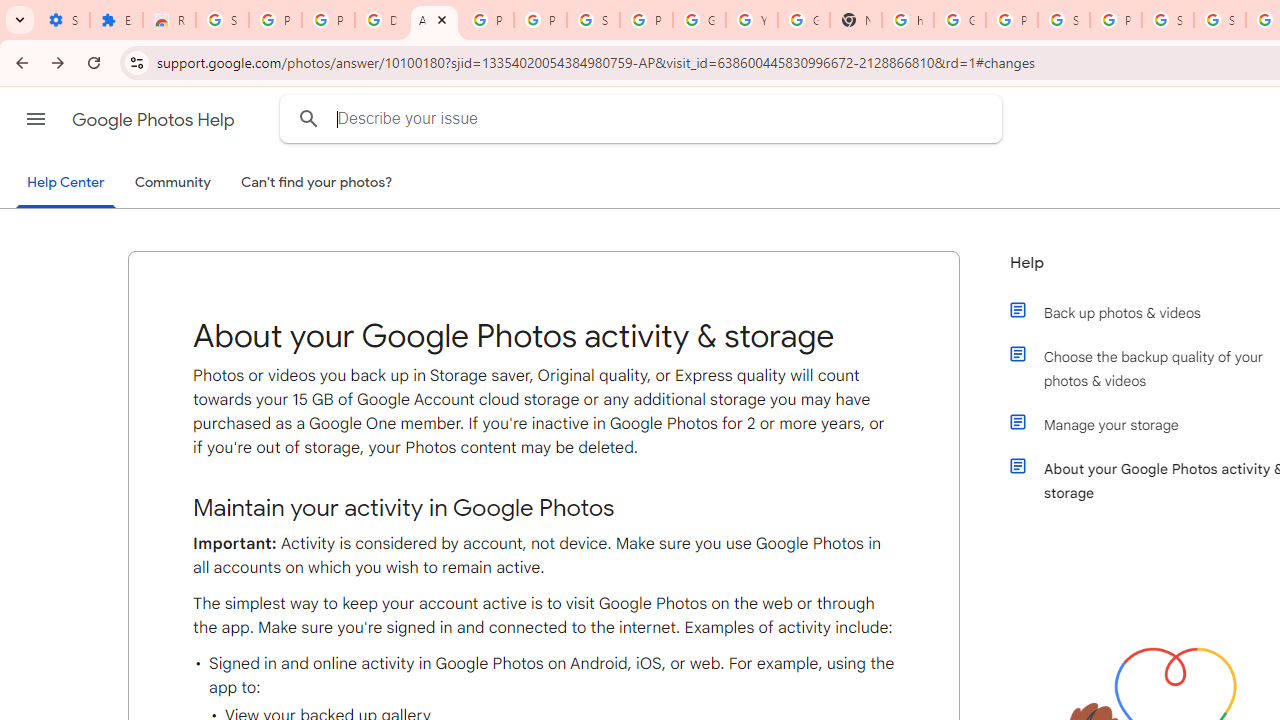 This screenshot has height=720, width=1280. I want to click on 'Help Center', so click(65, 183).